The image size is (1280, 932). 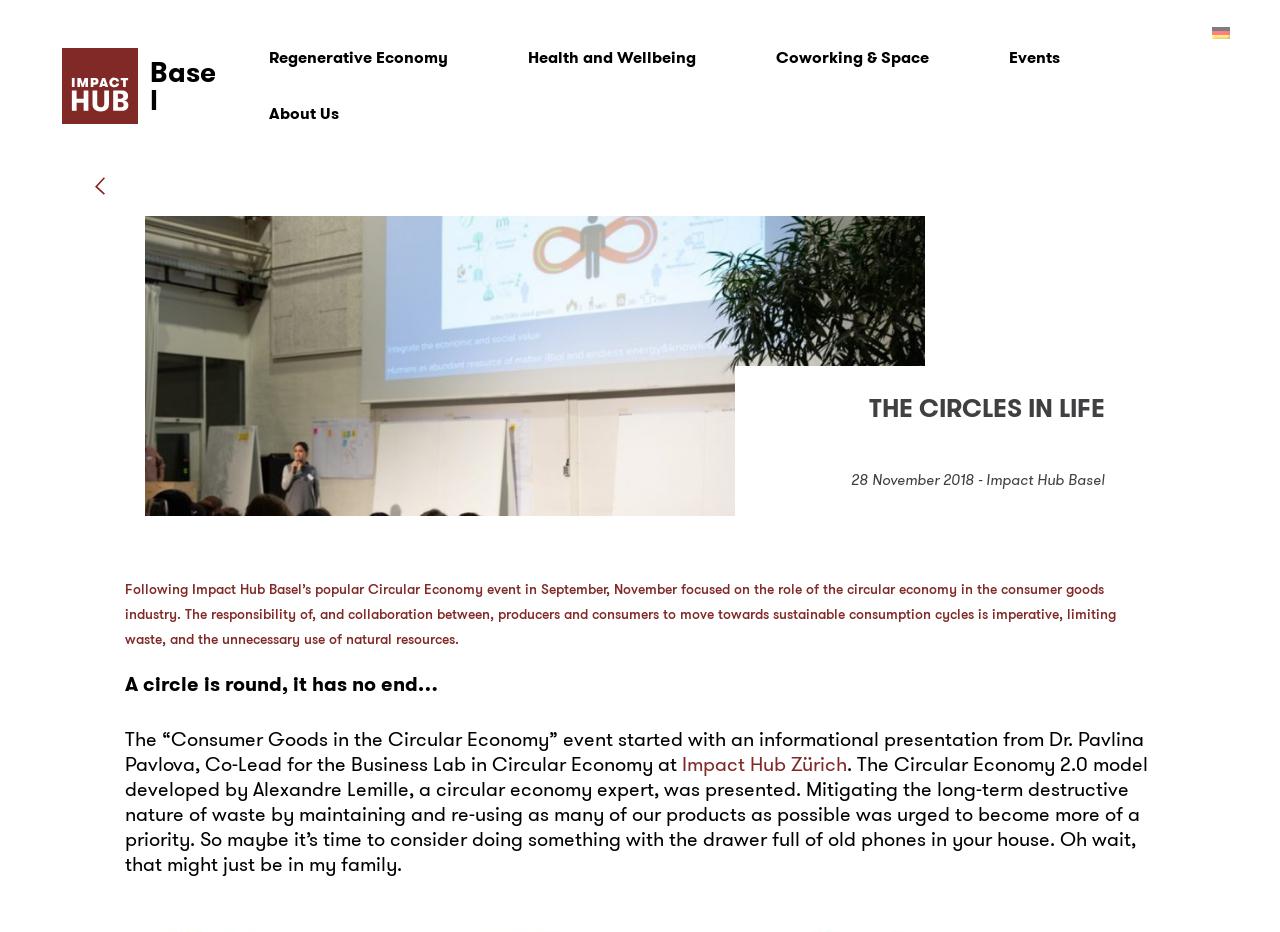 I want to click on 'About Us', so click(x=301, y=113).